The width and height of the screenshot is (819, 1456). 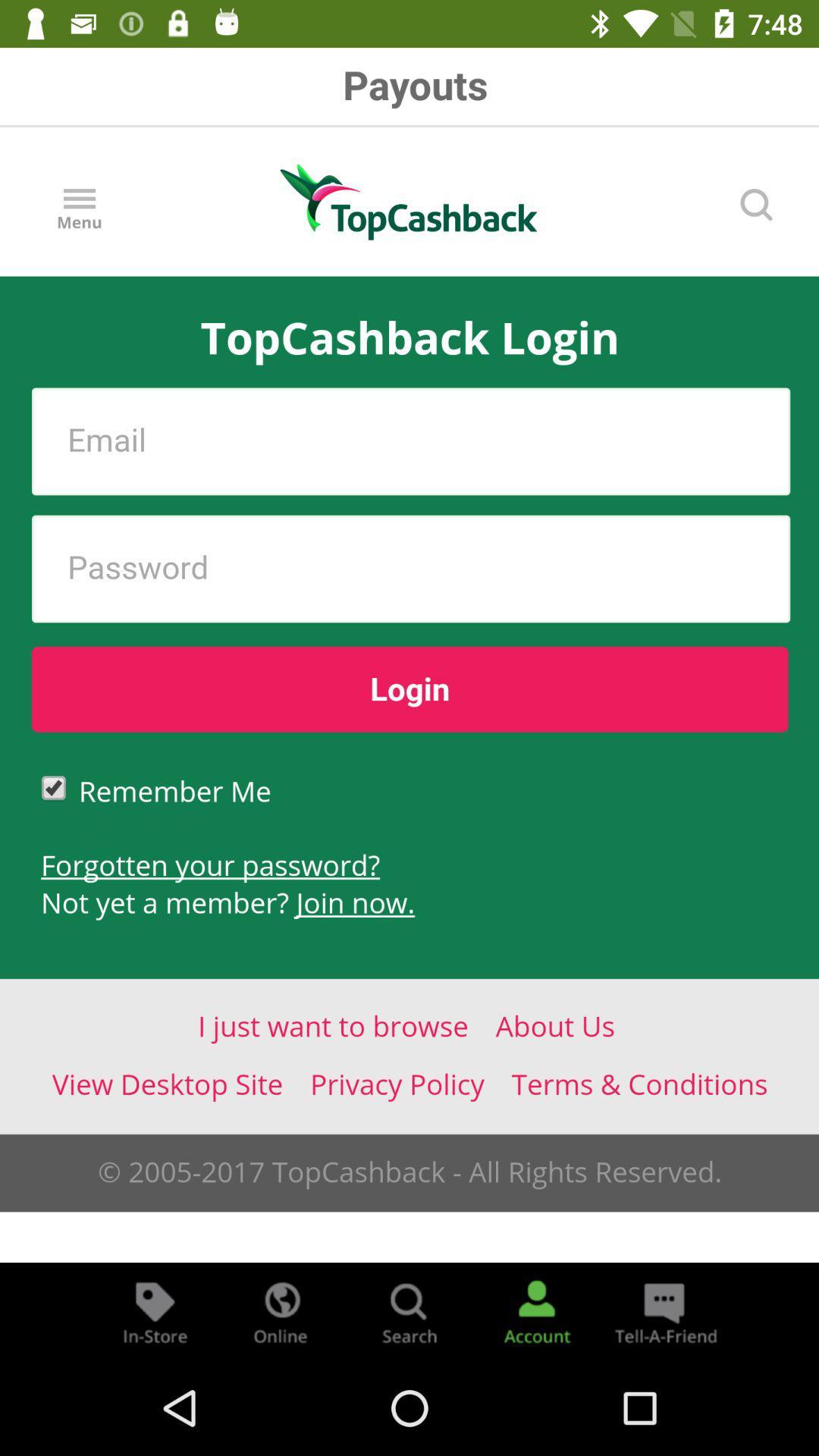 What do you see at coordinates (536, 1310) in the screenshot?
I see `your account` at bounding box center [536, 1310].